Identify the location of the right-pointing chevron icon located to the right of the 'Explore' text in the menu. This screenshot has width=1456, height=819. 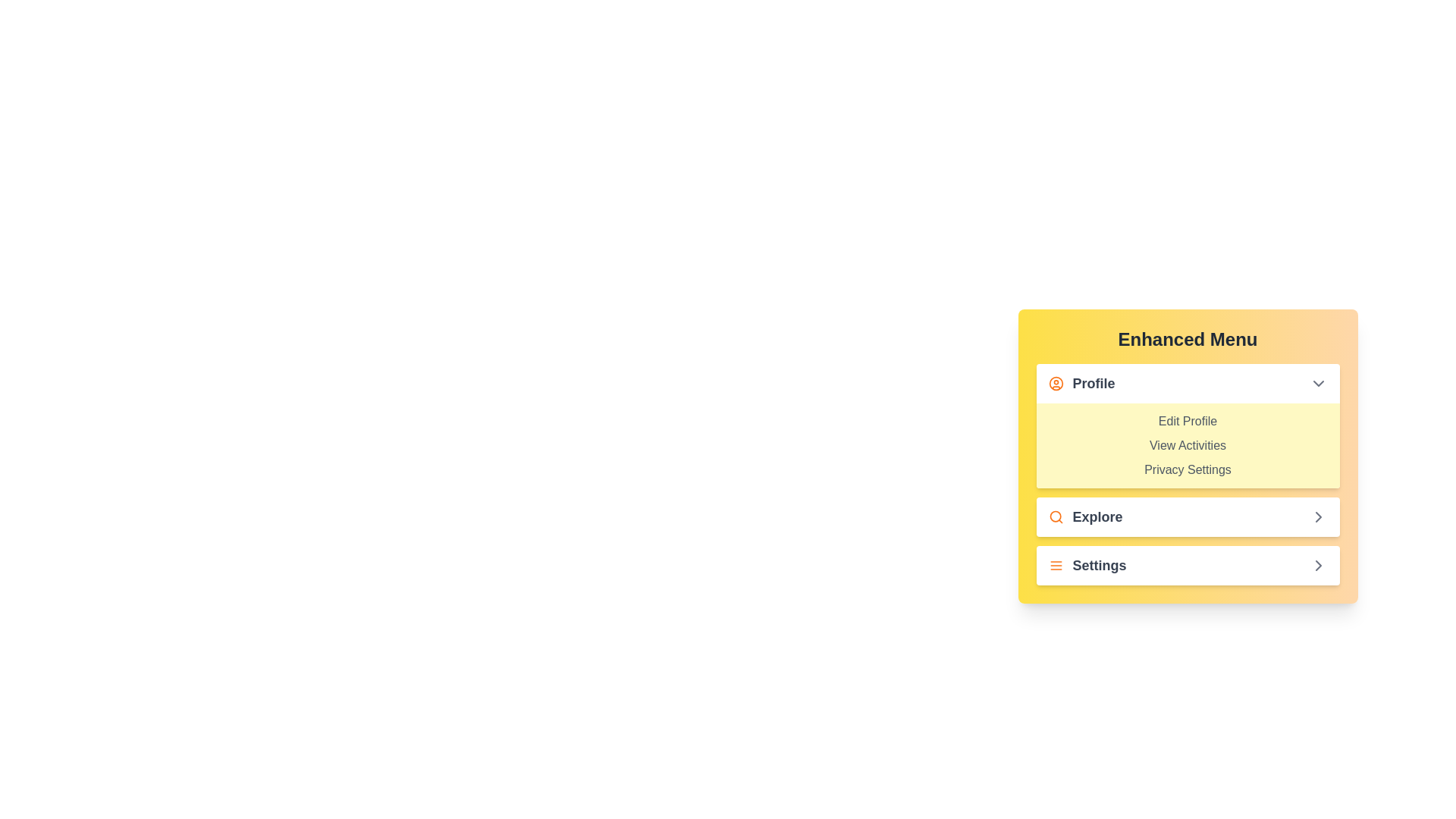
(1317, 516).